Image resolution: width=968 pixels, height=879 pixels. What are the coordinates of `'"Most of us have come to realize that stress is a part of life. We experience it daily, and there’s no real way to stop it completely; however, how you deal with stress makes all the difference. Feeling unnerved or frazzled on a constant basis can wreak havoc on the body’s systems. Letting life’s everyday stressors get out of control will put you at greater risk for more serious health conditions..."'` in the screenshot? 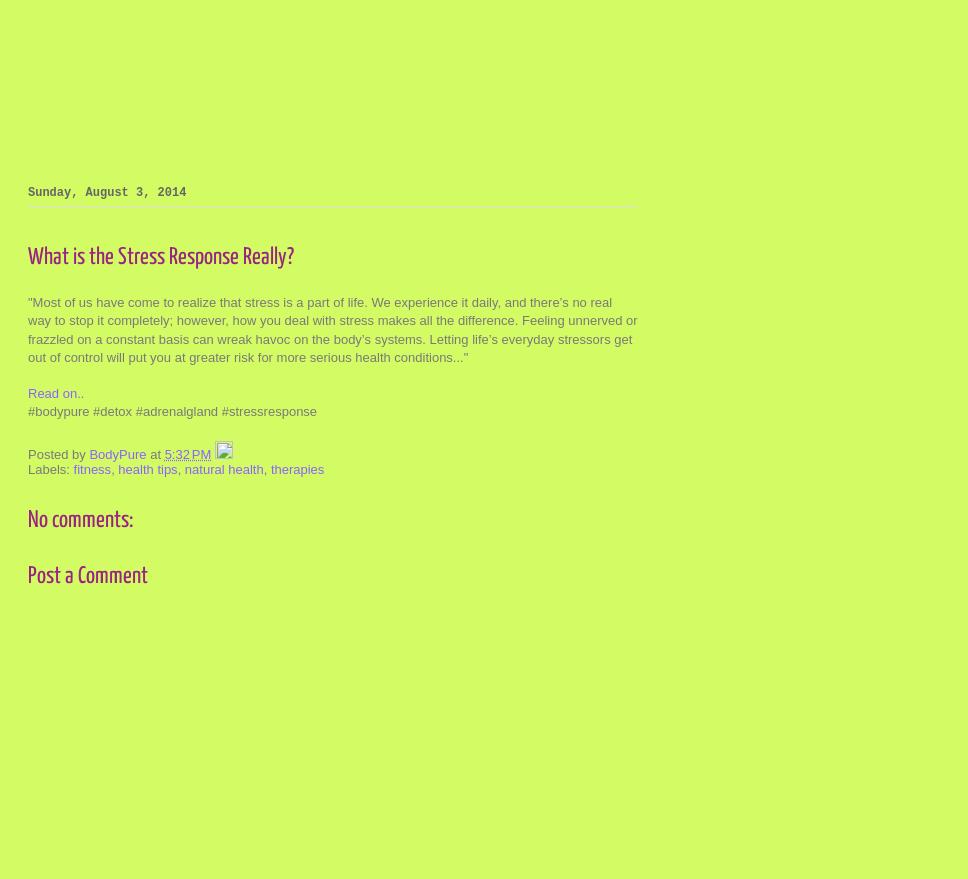 It's located at (332, 328).